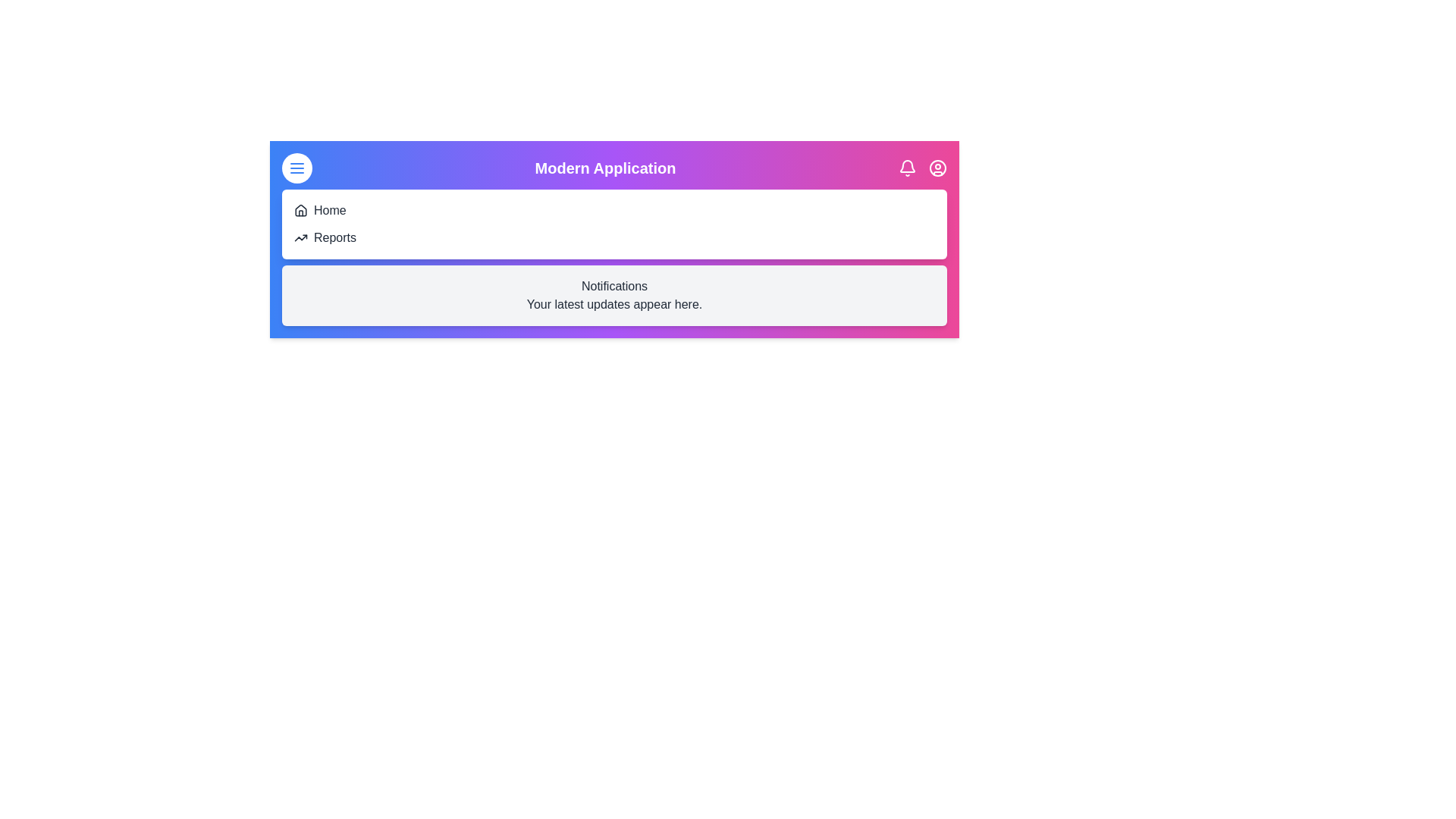 This screenshot has width=1456, height=819. Describe the element at coordinates (614, 295) in the screenshot. I see `the notification section to explore its content` at that location.